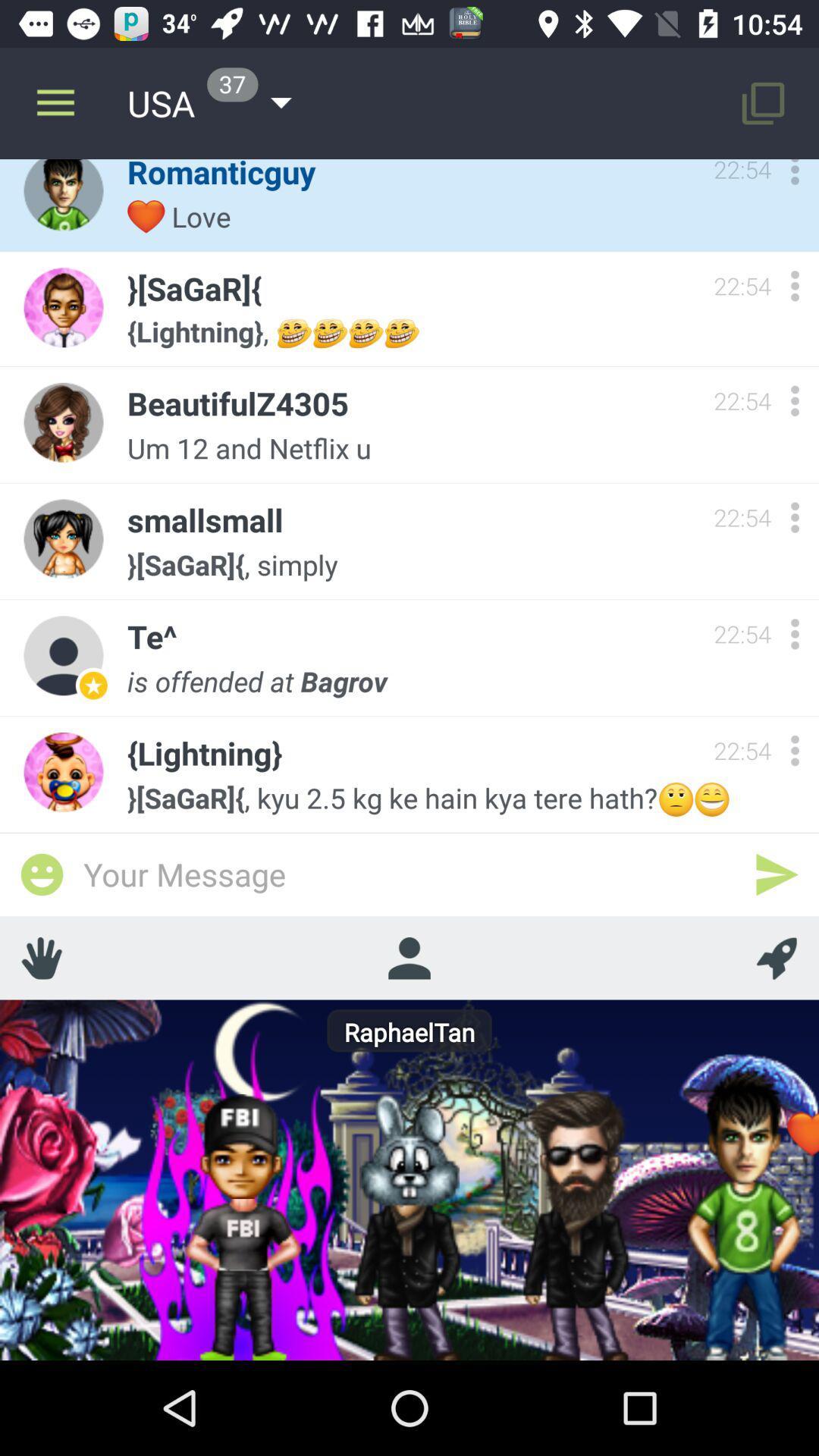 Image resolution: width=819 pixels, height=1456 pixels. What do you see at coordinates (794, 517) in the screenshot?
I see `options for user account` at bounding box center [794, 517].